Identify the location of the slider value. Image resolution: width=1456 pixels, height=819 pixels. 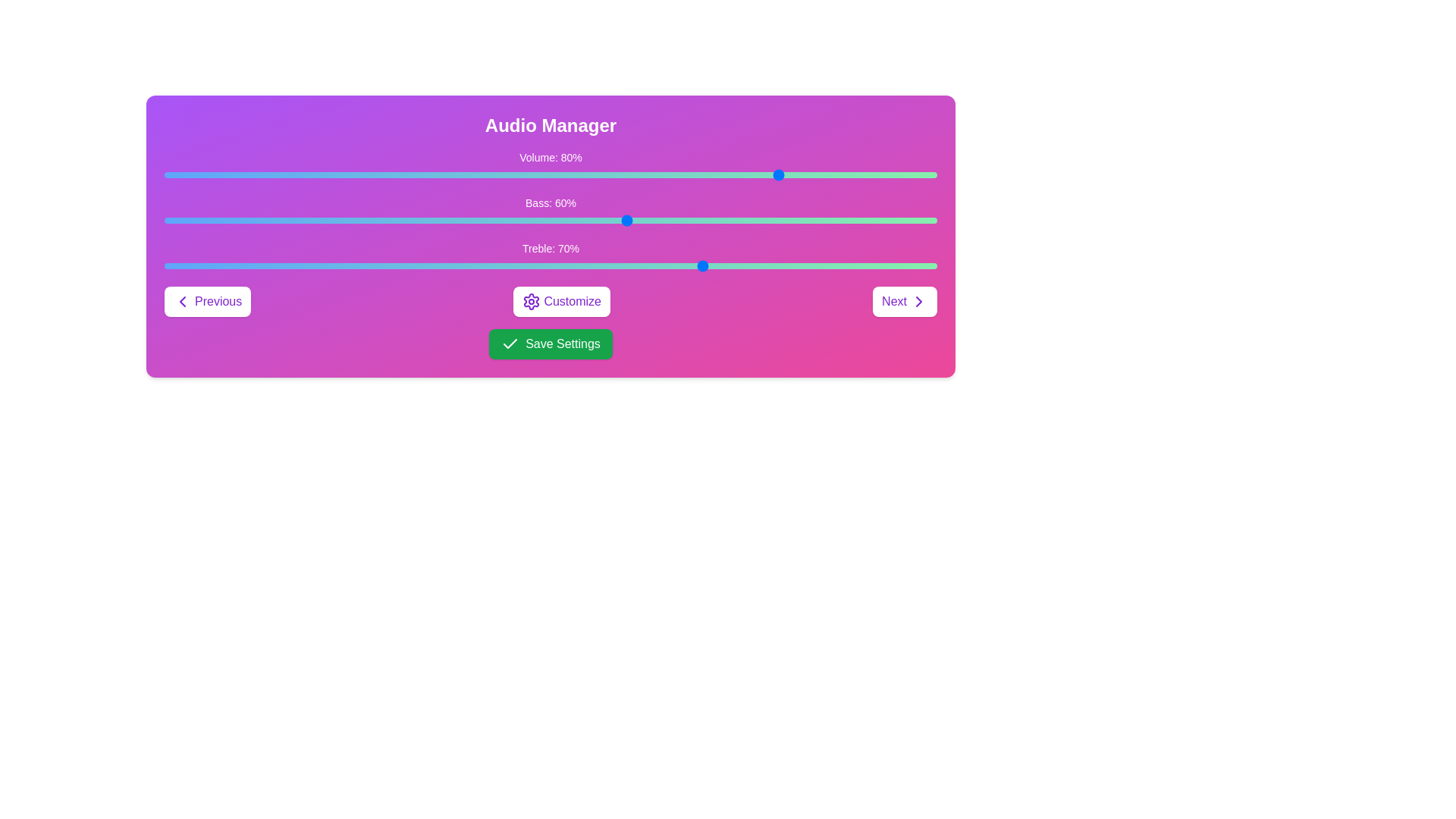
(172, 174).